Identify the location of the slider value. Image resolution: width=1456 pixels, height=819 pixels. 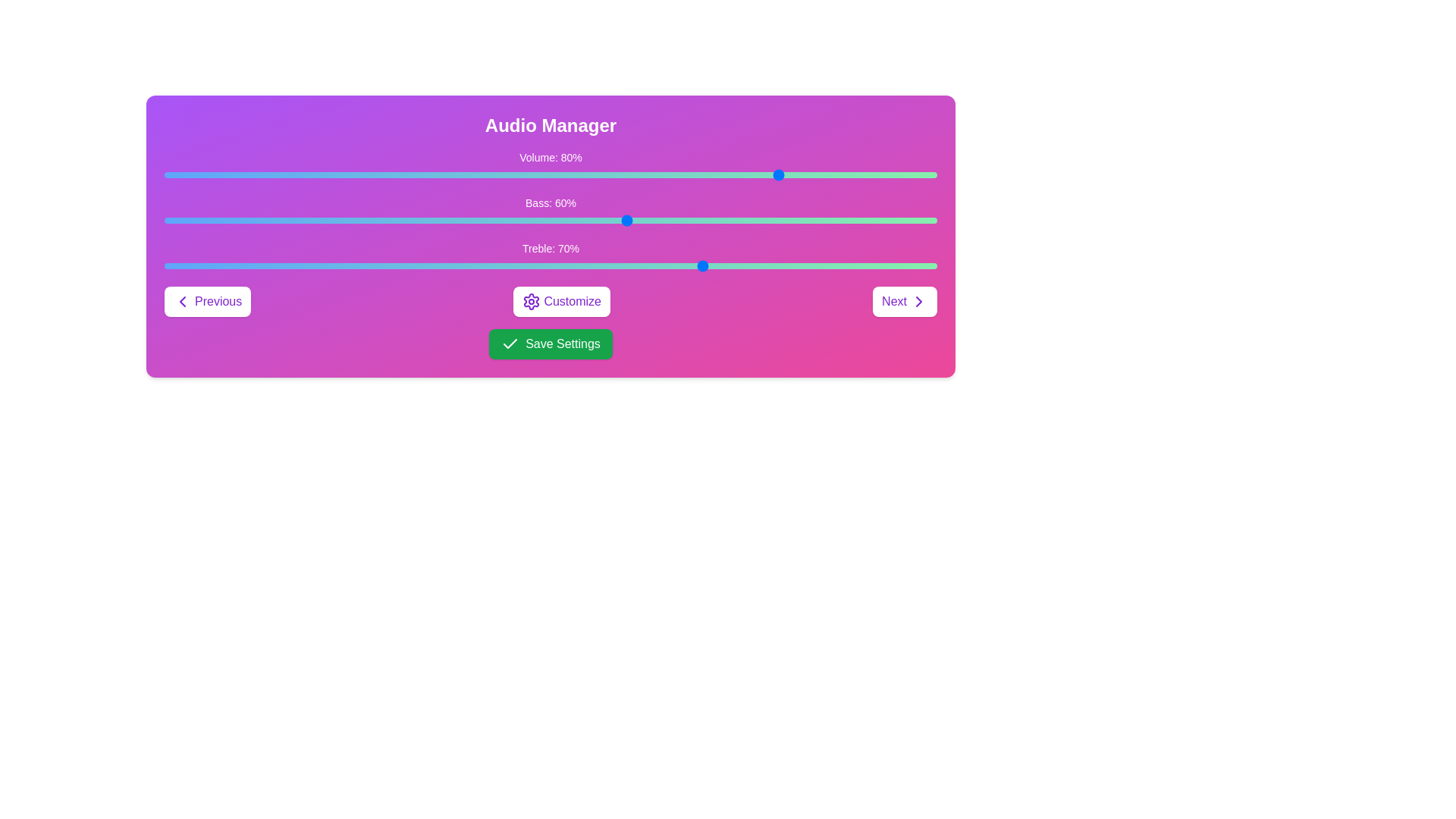
(172, 174).